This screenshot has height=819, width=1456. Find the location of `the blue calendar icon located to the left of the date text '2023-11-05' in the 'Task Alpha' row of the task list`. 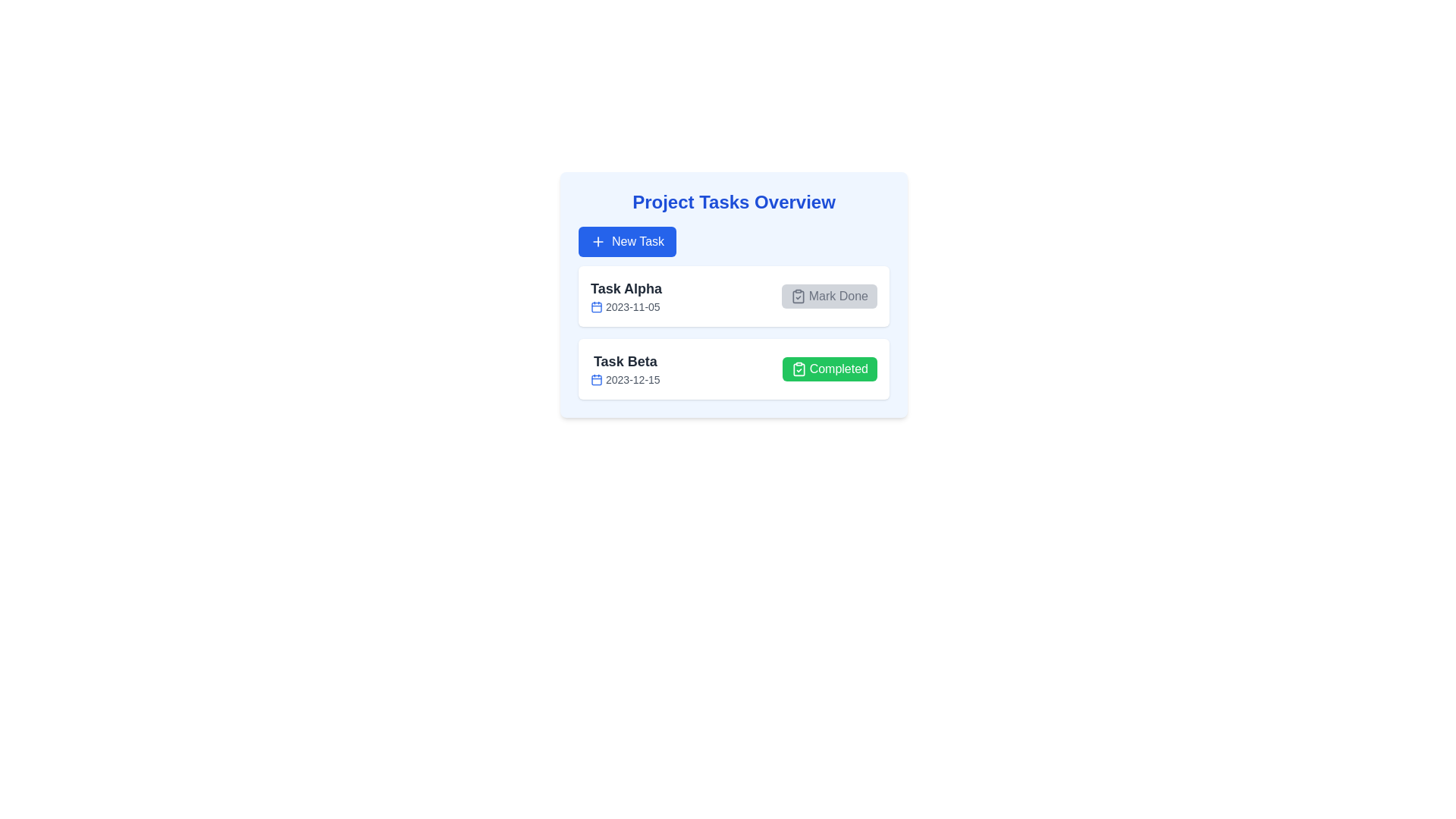

the blue calendar icon located to the left of the date text '2023-11-05' in the 'Task Alpha' row of the task list is located at coordinates (596, 307).